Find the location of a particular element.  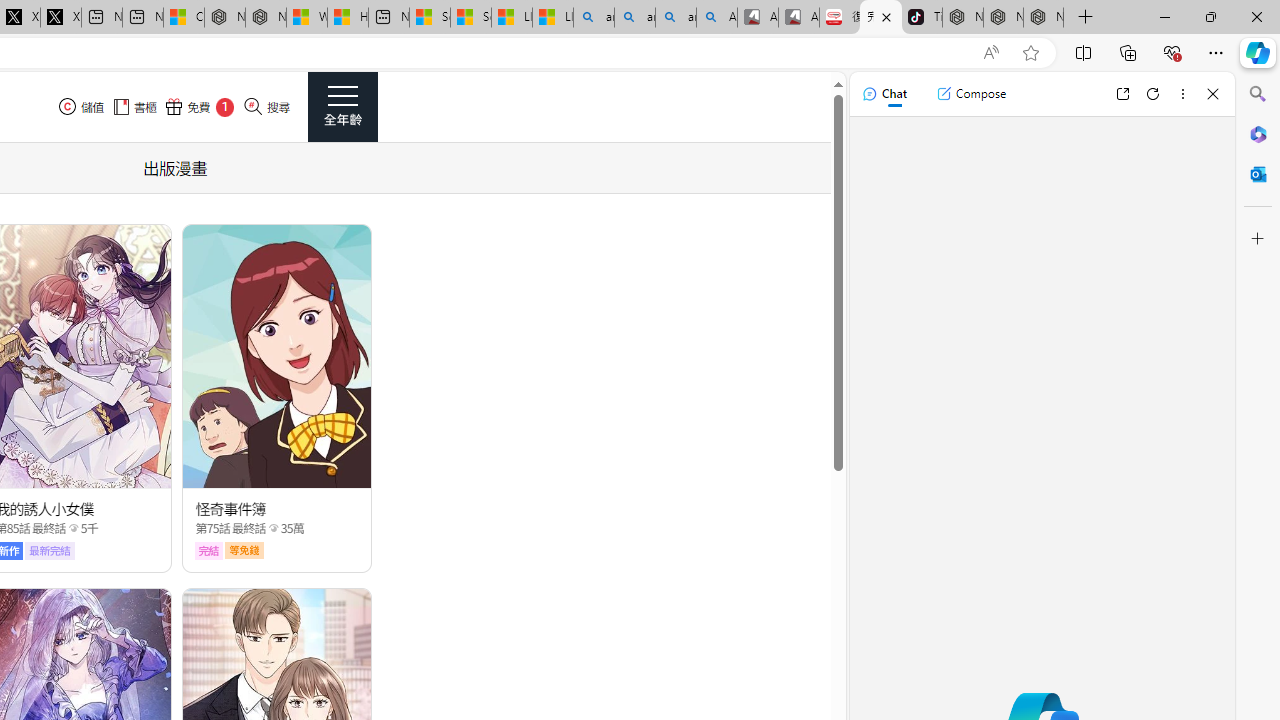

'Class: epicon_starpoint' is located at coordinates (272, 526).